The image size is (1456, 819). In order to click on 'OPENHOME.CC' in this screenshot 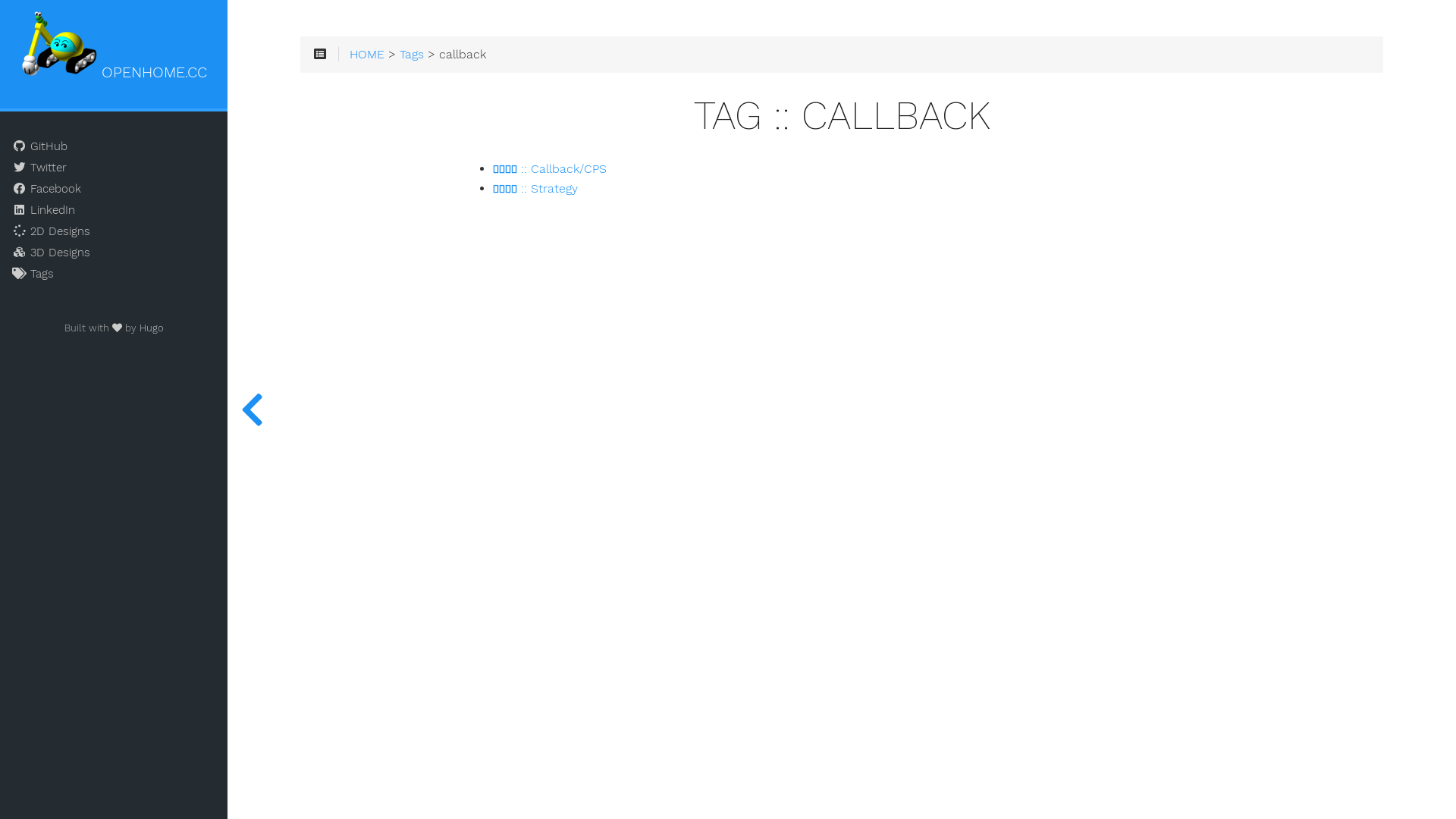, I will do `click(113, 46)`.